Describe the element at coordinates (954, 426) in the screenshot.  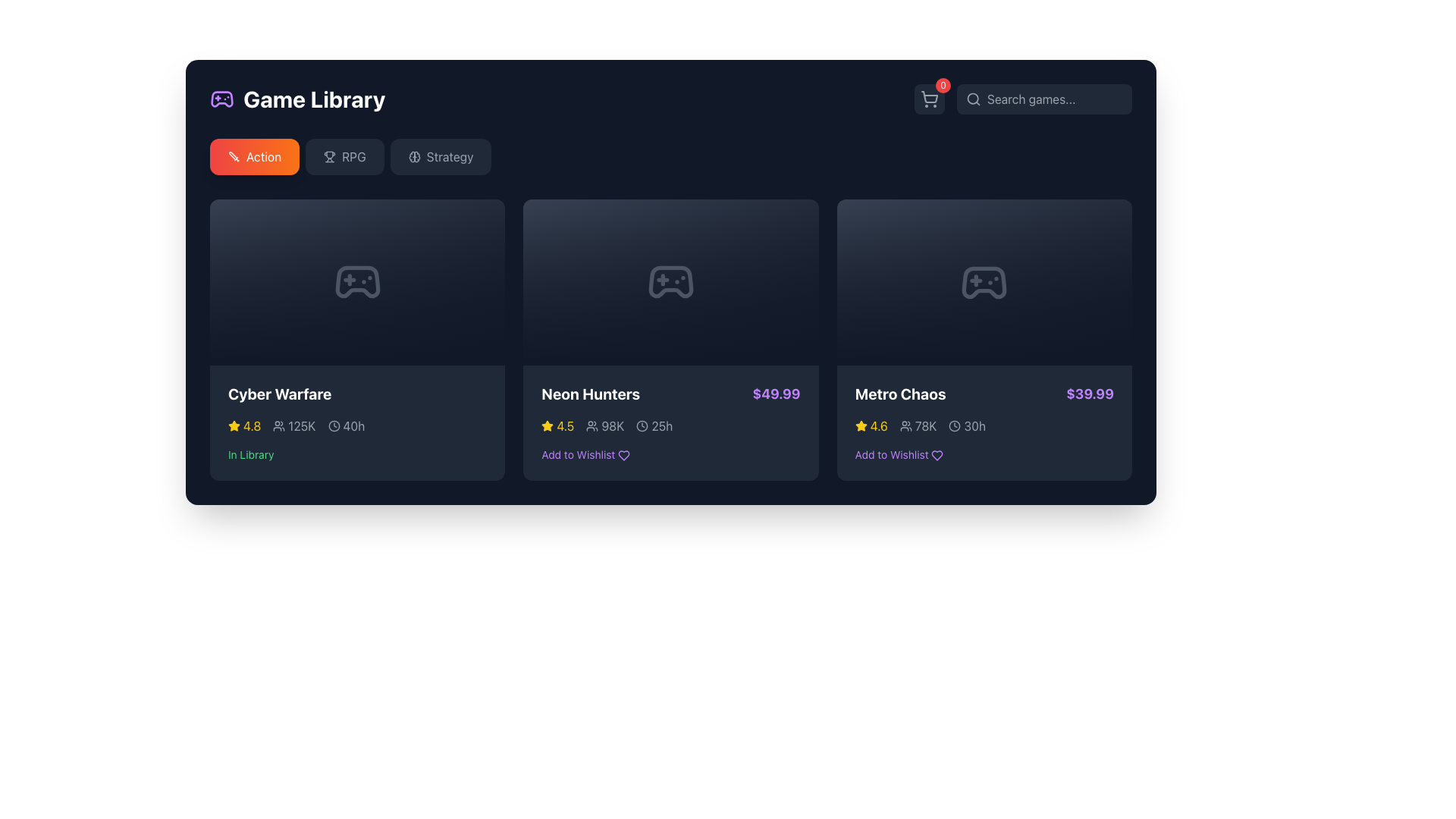
I see `the clock icon, which is a gray SVG graphic with a circular outline and clock hands, located in the lower-right section of the 'Metro Chaos' game card, to the left of the text '30h'` at that location.